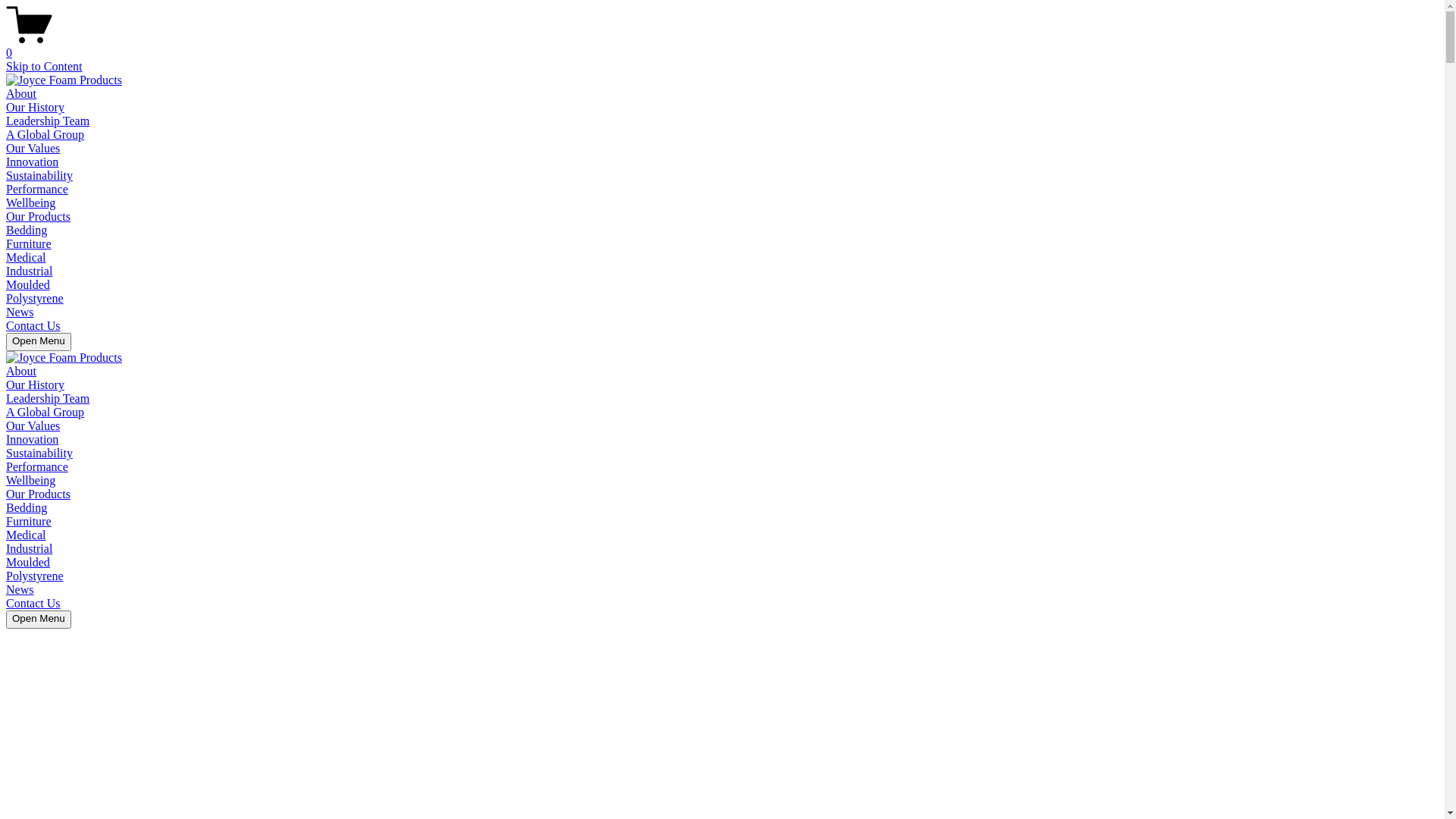 This screenshot has height=819, width=1456. I want to click on '0', so click(6, 45).